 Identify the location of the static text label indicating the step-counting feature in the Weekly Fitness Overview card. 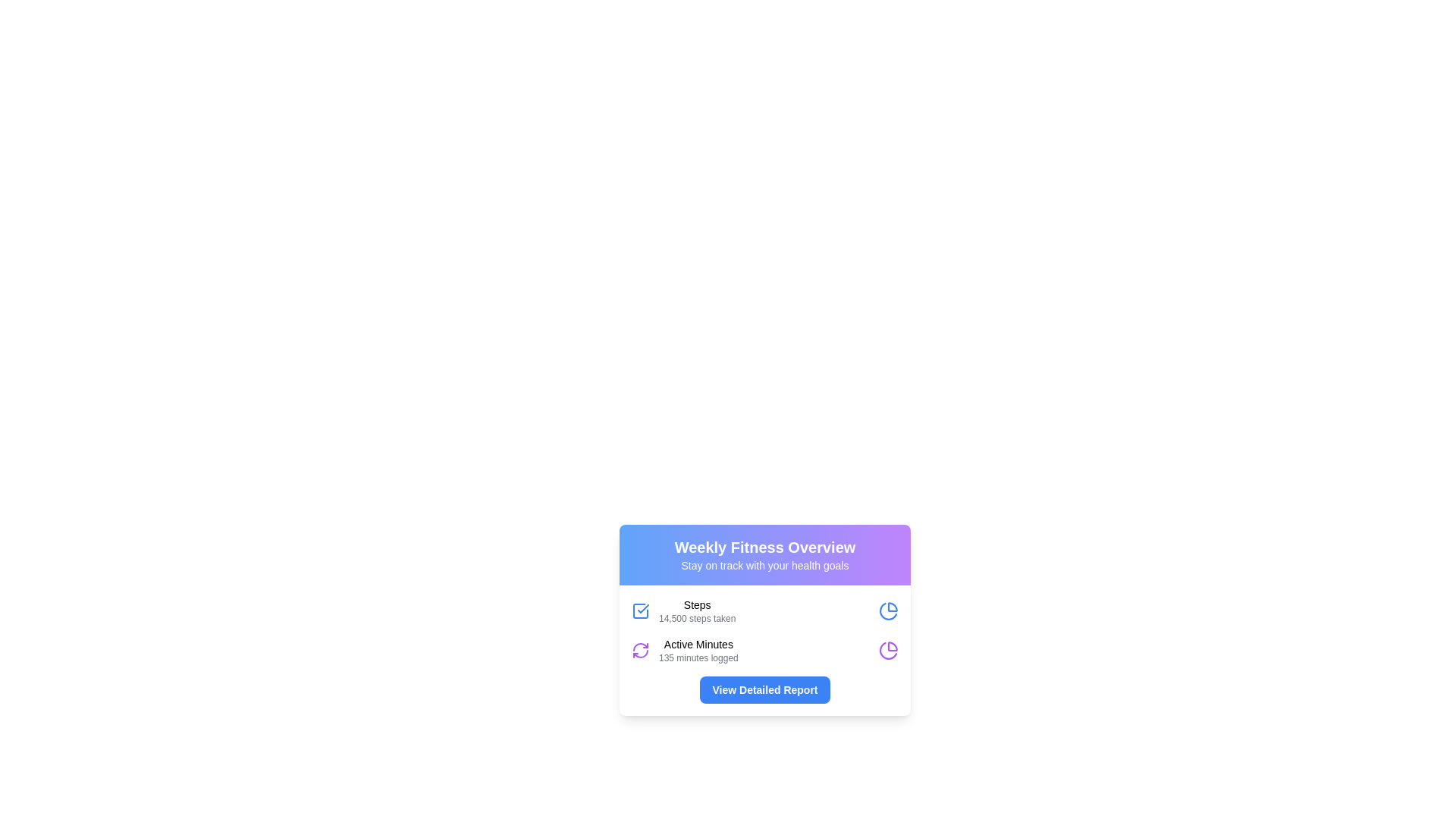
(696, 604).